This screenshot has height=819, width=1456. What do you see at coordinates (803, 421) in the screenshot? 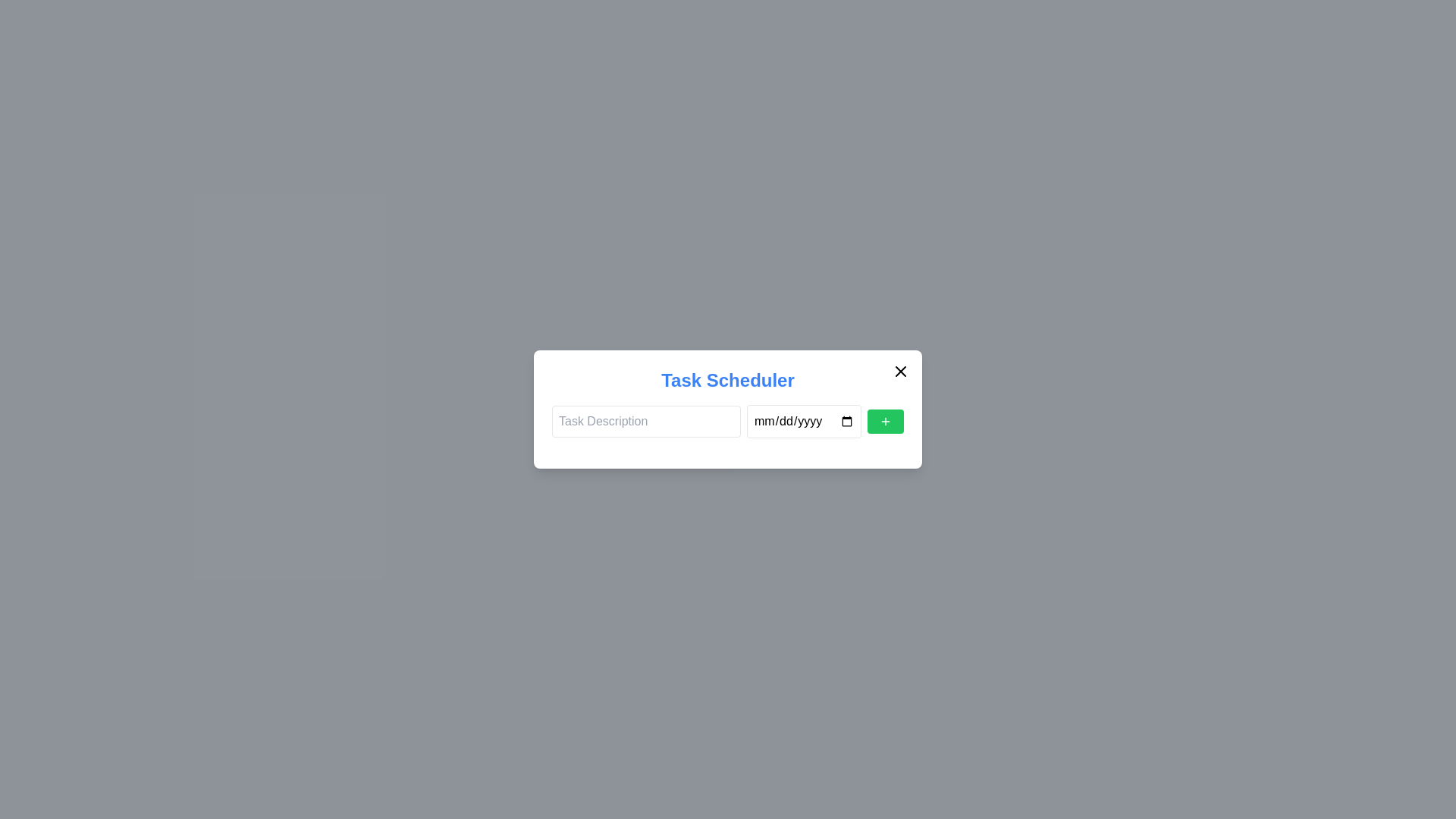
I see `the Date input field, which is a rectangular input with rounded corners, a placeholder displaying 'mm/dd/yyyy', and a calendar icon on the right side, located below the 'Task Scheduler' header and between a text input field and a green button` at bounding box center [803, 421].